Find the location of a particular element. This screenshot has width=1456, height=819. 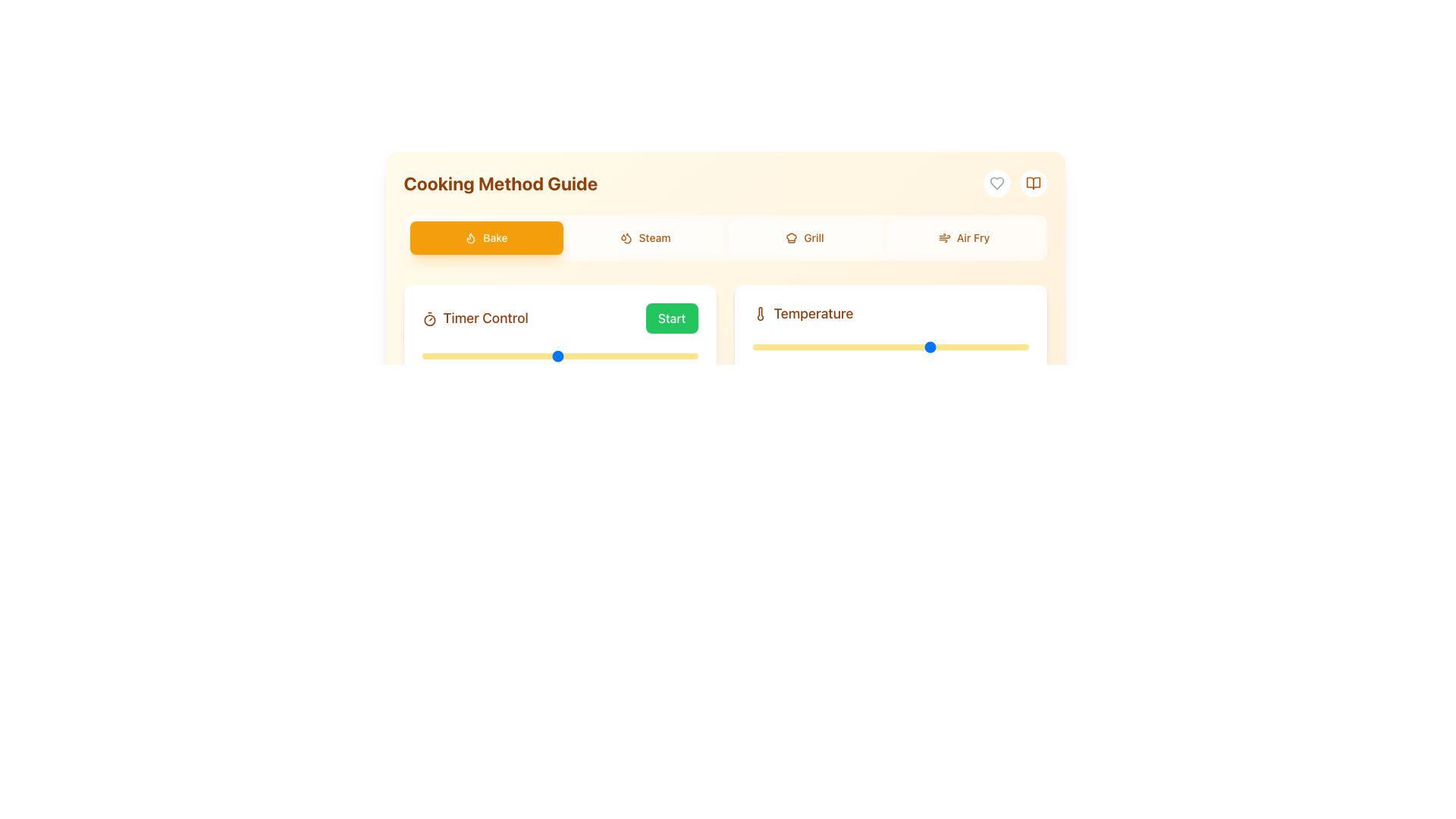

the temperature slider is located at coordinates (968, 347).